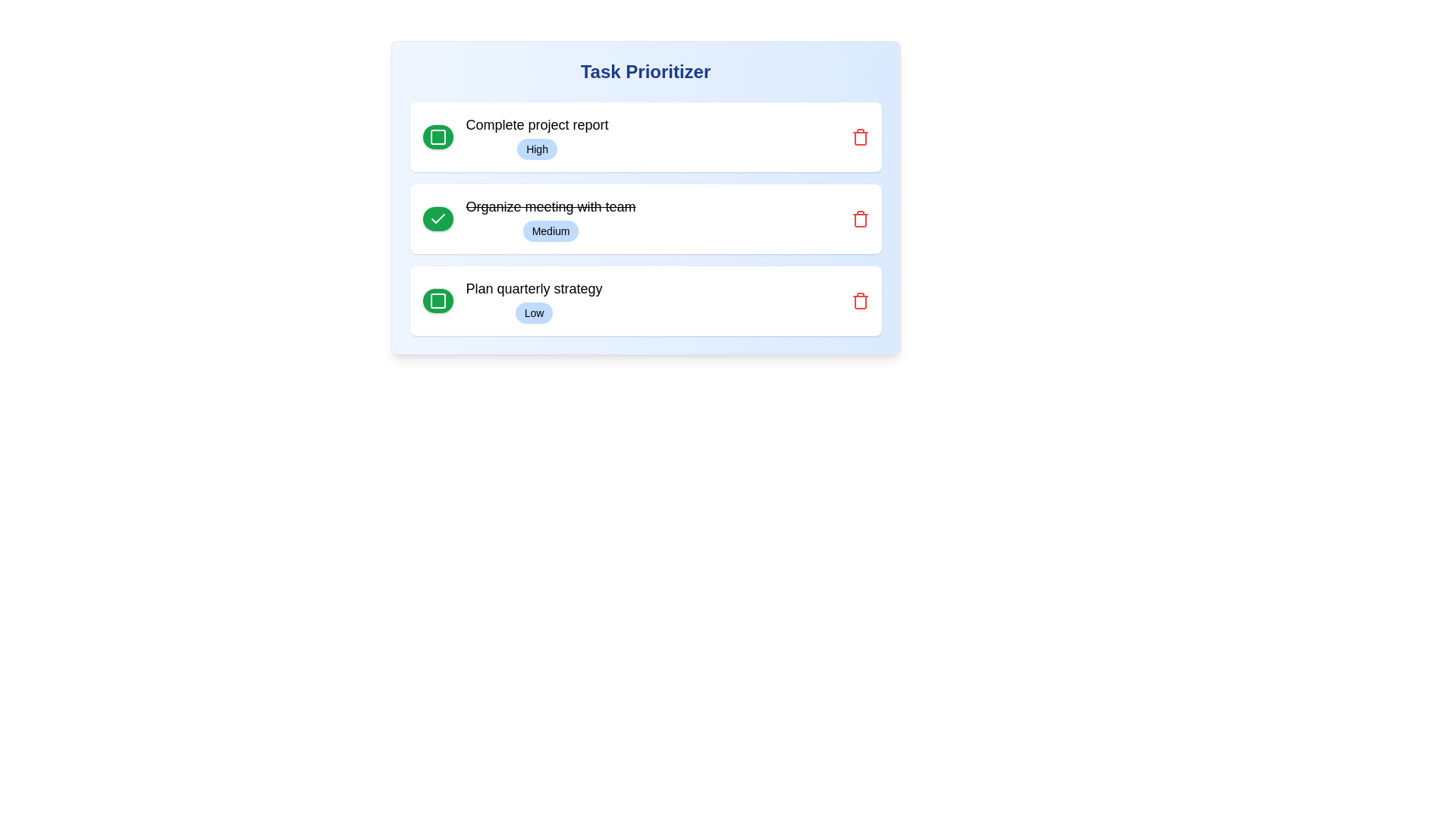  I want to click on the selectable graphical icon, which is a square-shaped icon with a green outline and white border, located near the left side of the 'Plan quarterly strategy' task in the 'Task Prioritizer' list, so click(437, 301).